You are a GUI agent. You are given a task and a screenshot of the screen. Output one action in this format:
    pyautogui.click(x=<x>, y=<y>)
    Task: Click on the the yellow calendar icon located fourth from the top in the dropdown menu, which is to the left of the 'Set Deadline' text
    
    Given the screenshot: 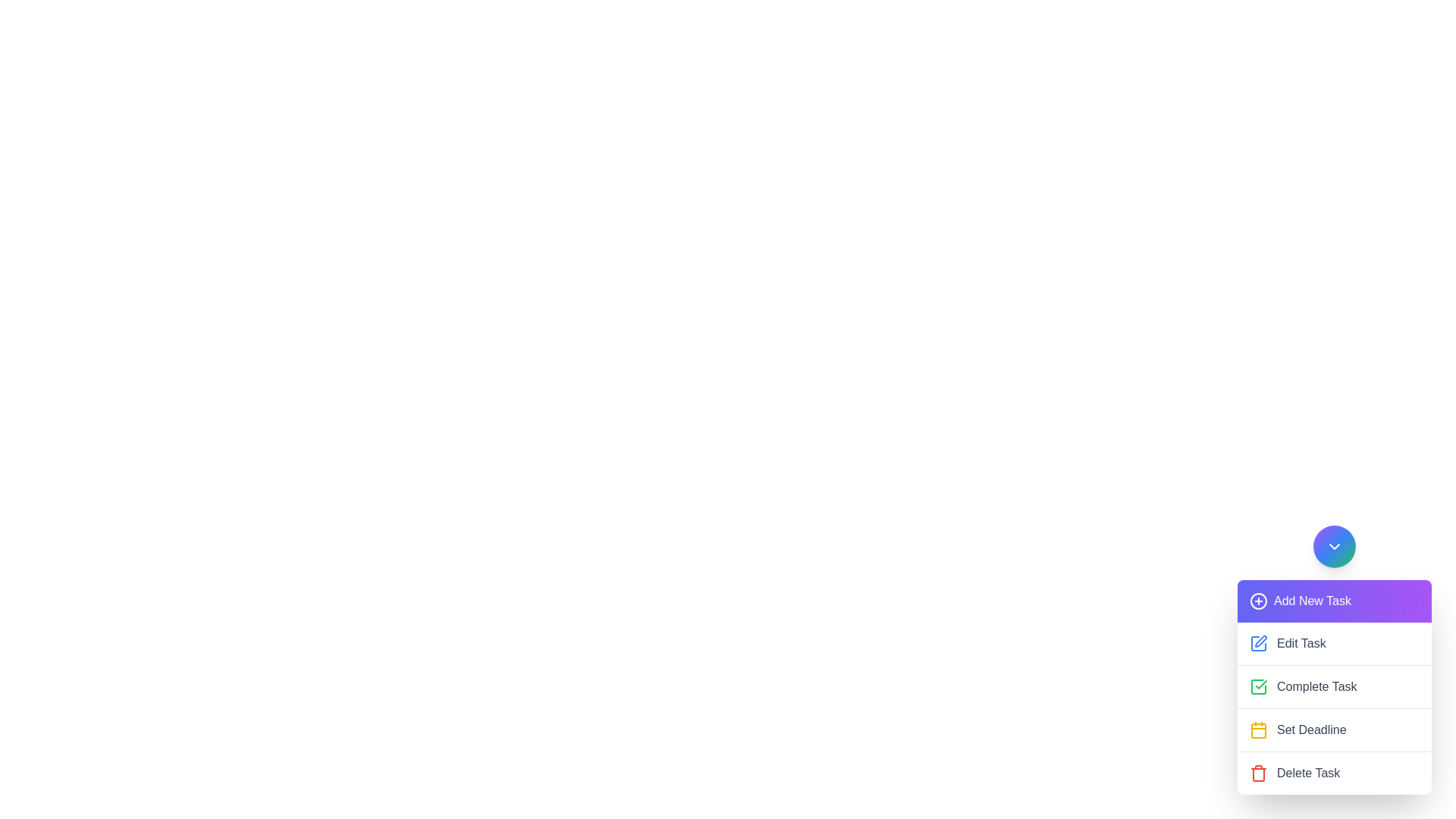 What is the action you would take?
    pyautogui.click(x=1259, y=730)
    